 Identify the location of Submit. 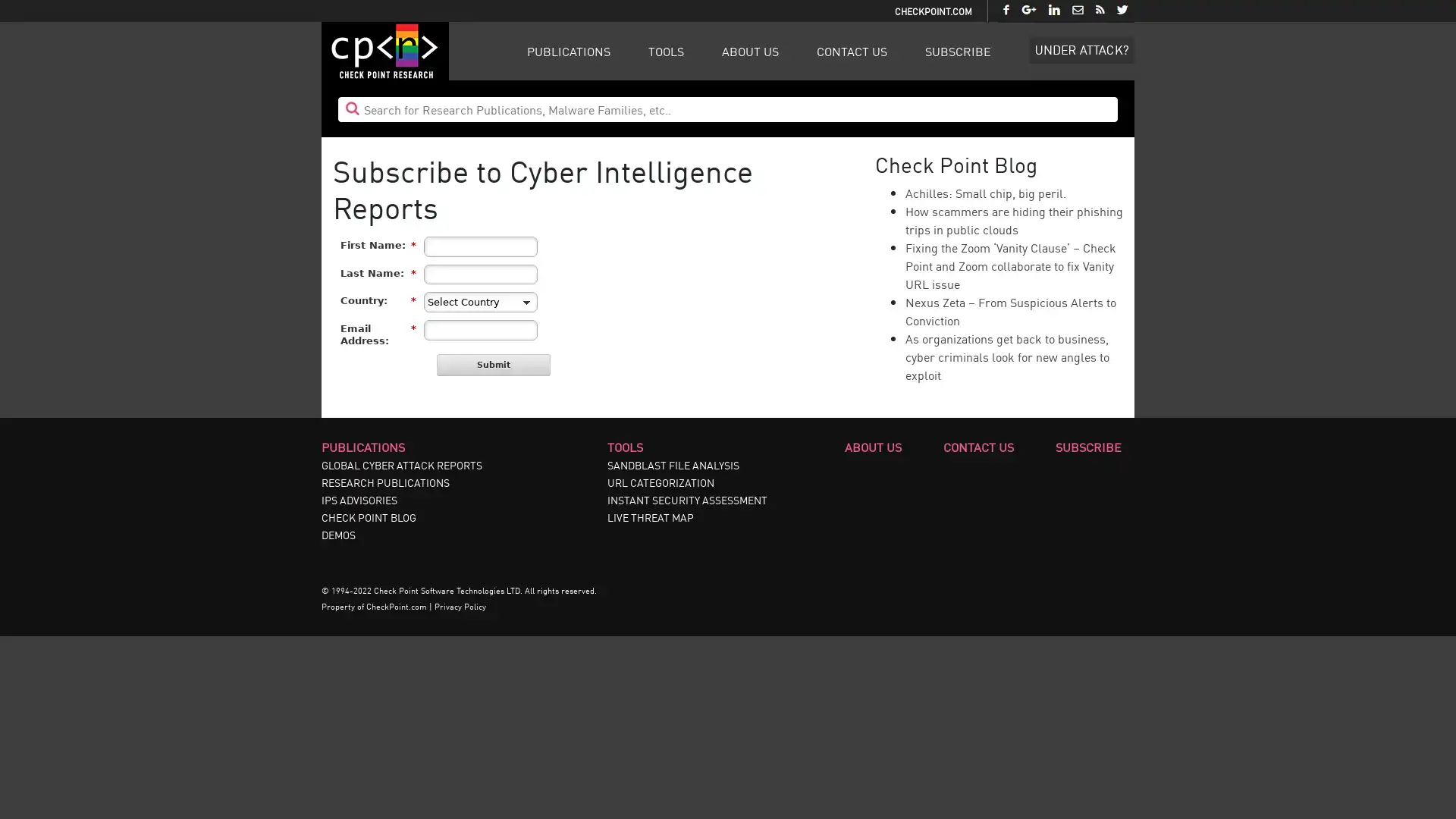
(494, 365).